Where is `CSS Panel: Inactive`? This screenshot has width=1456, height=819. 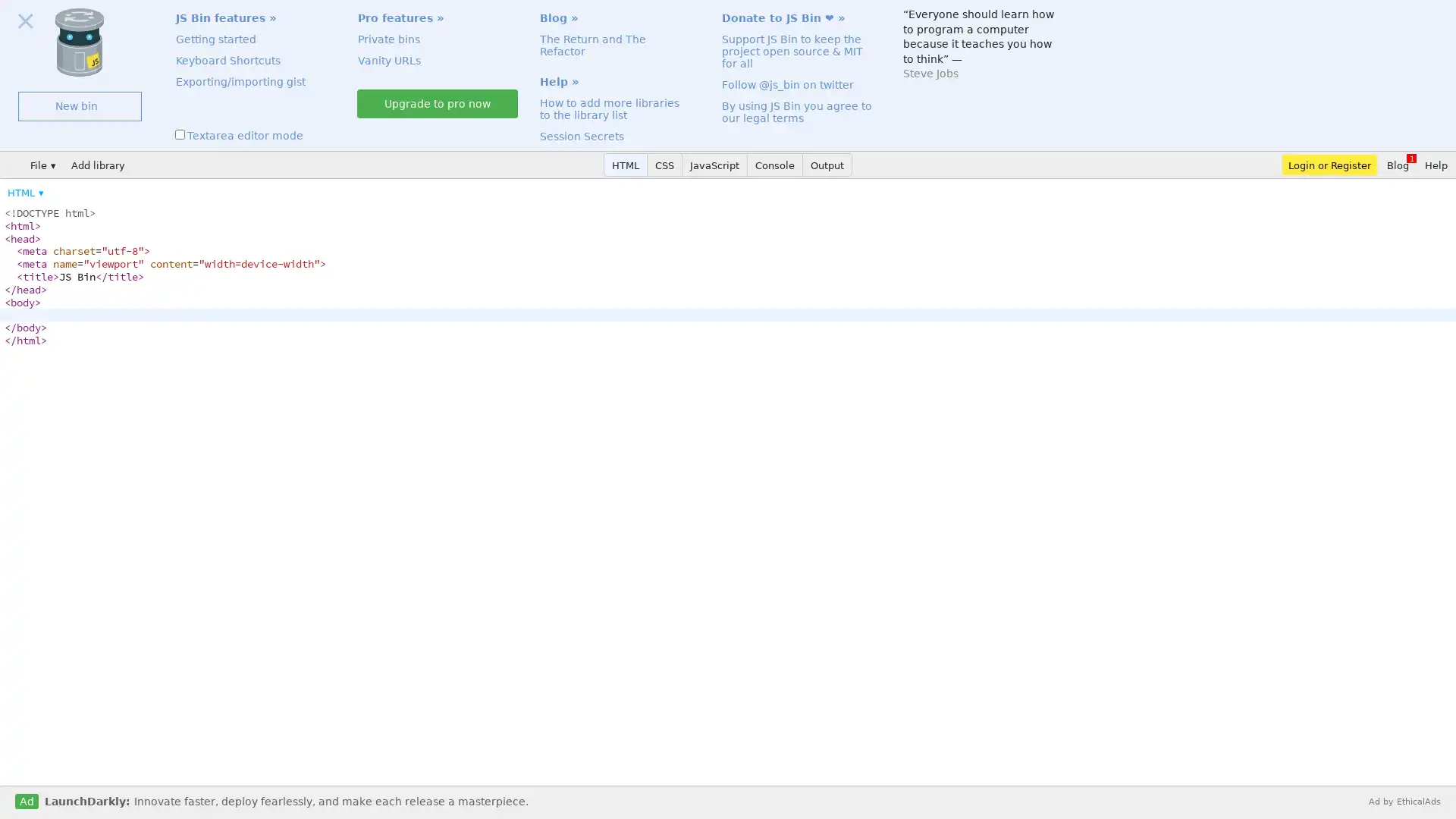 CSS Panel: Inactive is located at coordinates (665, 165).